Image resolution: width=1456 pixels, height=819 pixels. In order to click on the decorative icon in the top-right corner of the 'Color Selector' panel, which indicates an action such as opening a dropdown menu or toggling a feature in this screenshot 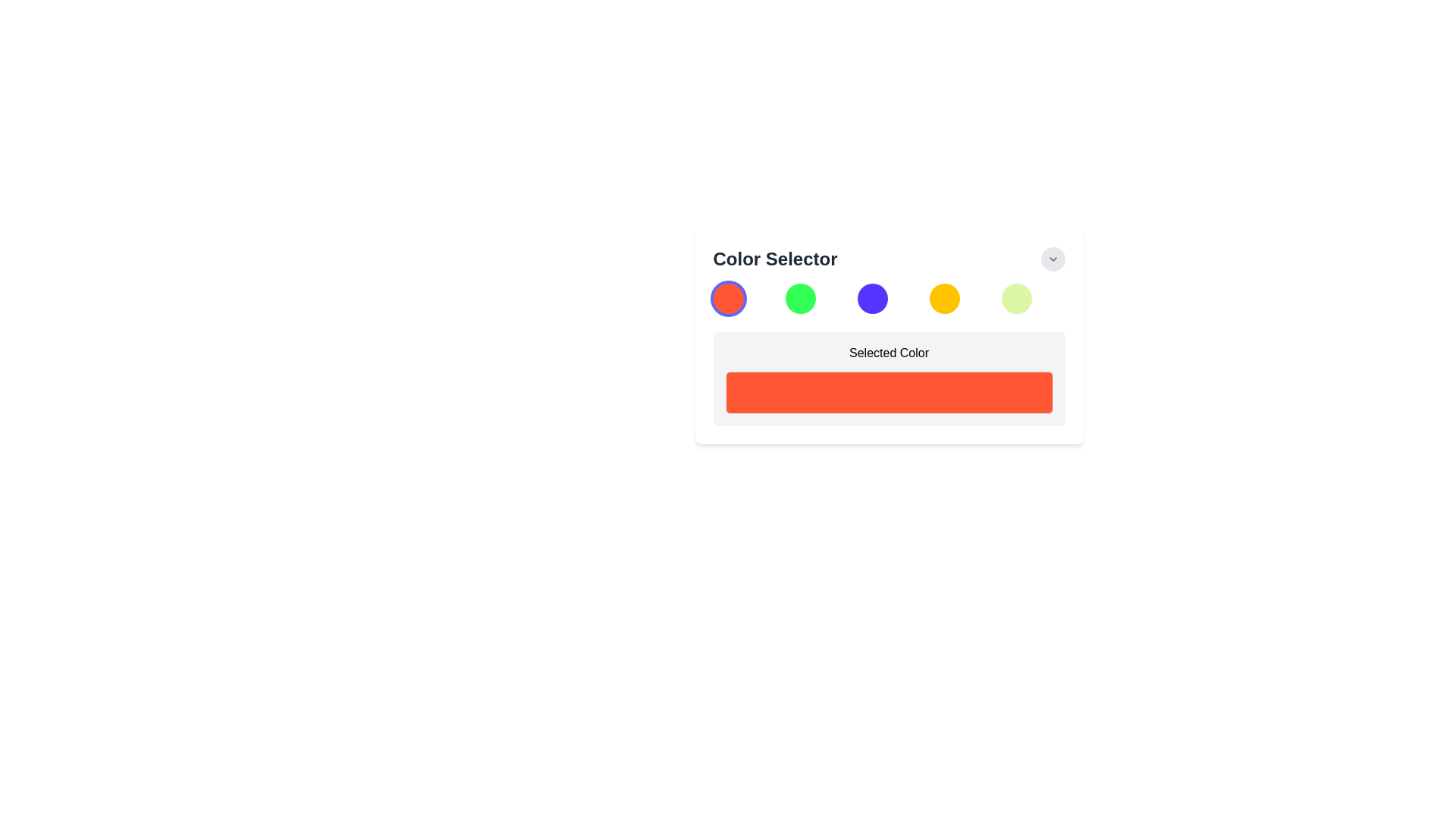, I will do `click(1052, 259)`.